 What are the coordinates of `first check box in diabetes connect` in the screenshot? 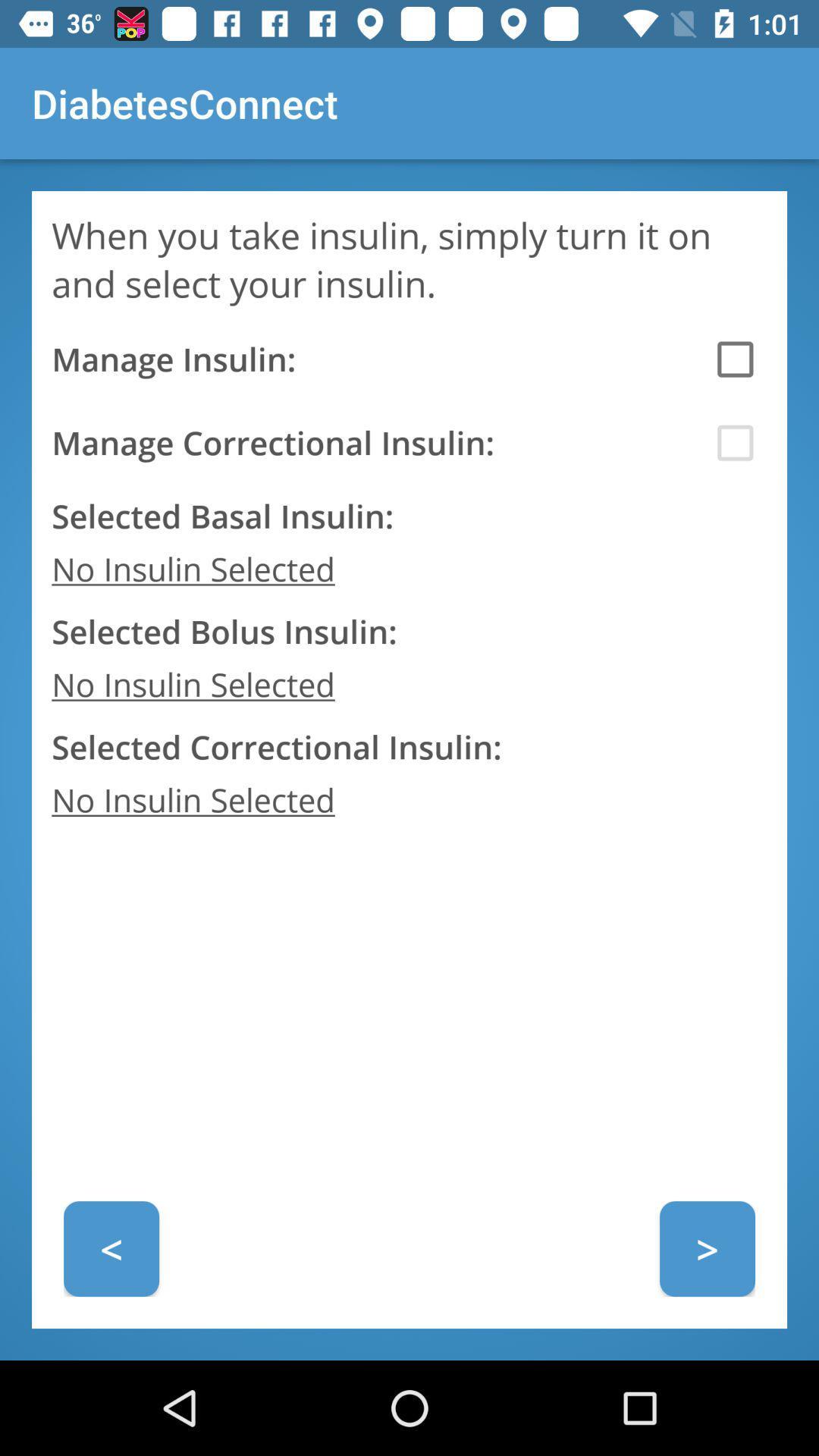 It's located at (734, 359).